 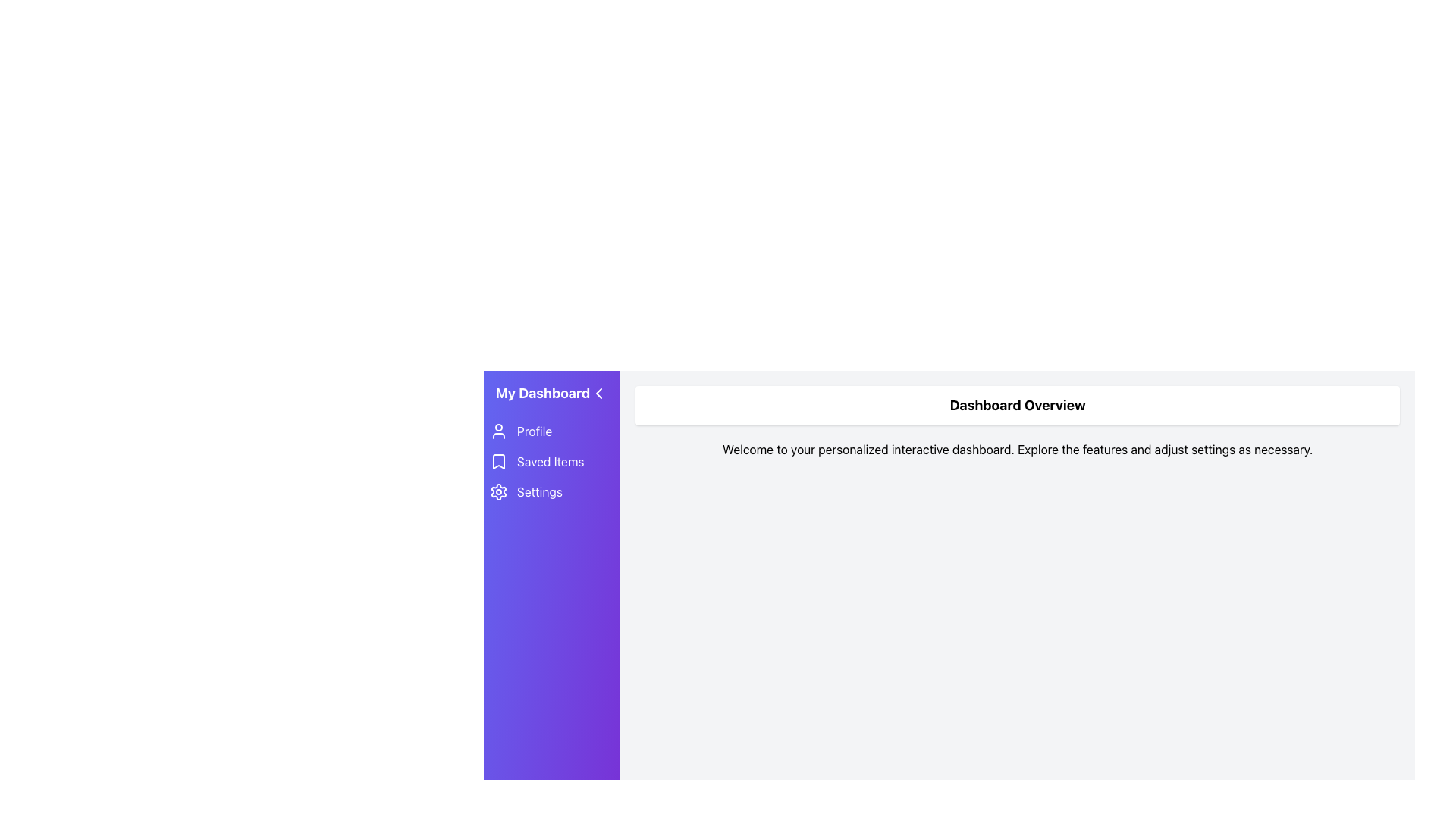 I want to click on the 'Saved Items' icon in the vertical navigation menu, which is positioned between the 'profile' icon above and the 'gear' icon below, so click(x=498, y=461).